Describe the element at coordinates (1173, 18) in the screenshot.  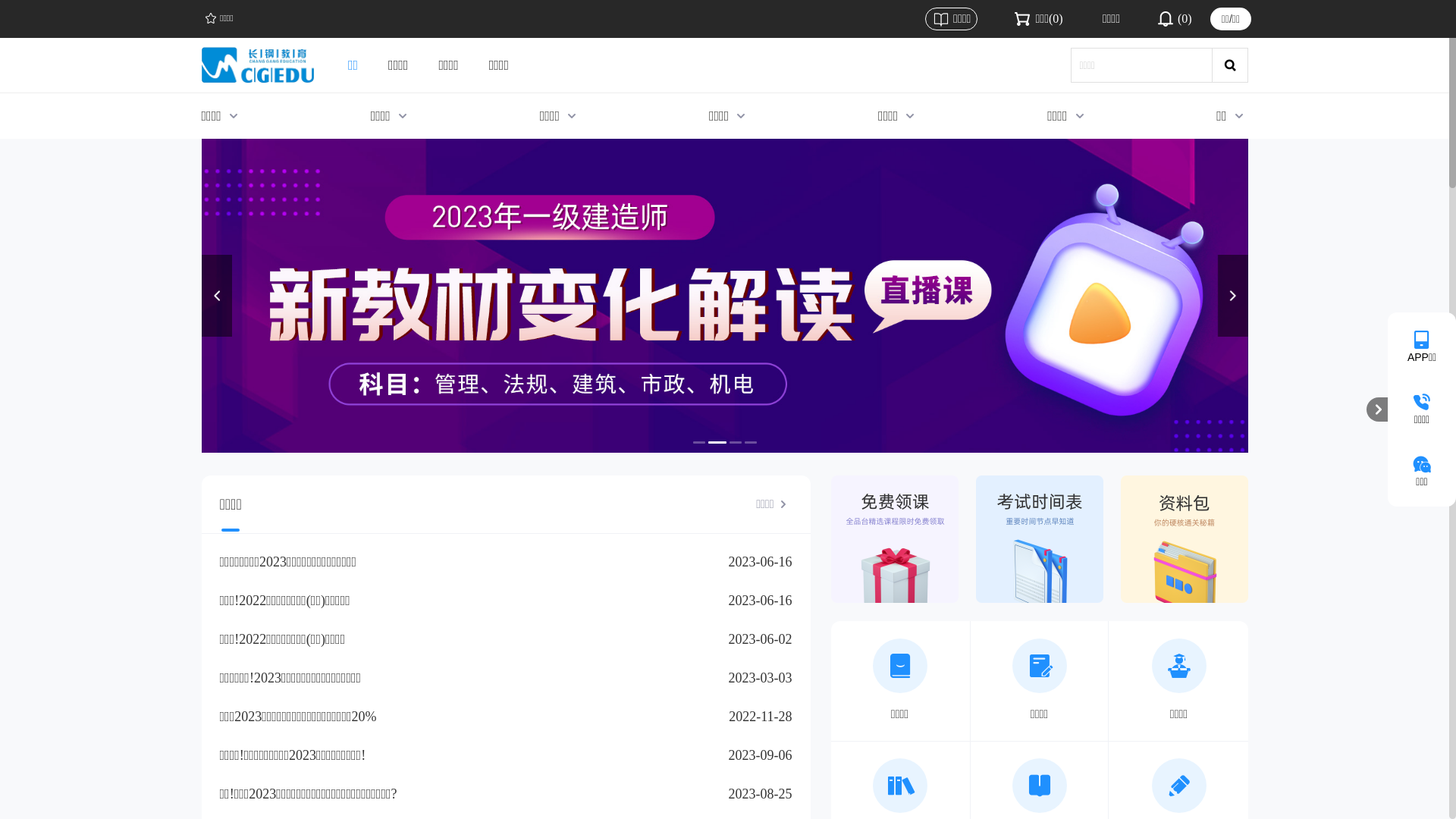
I see `'(0)'` at that location.